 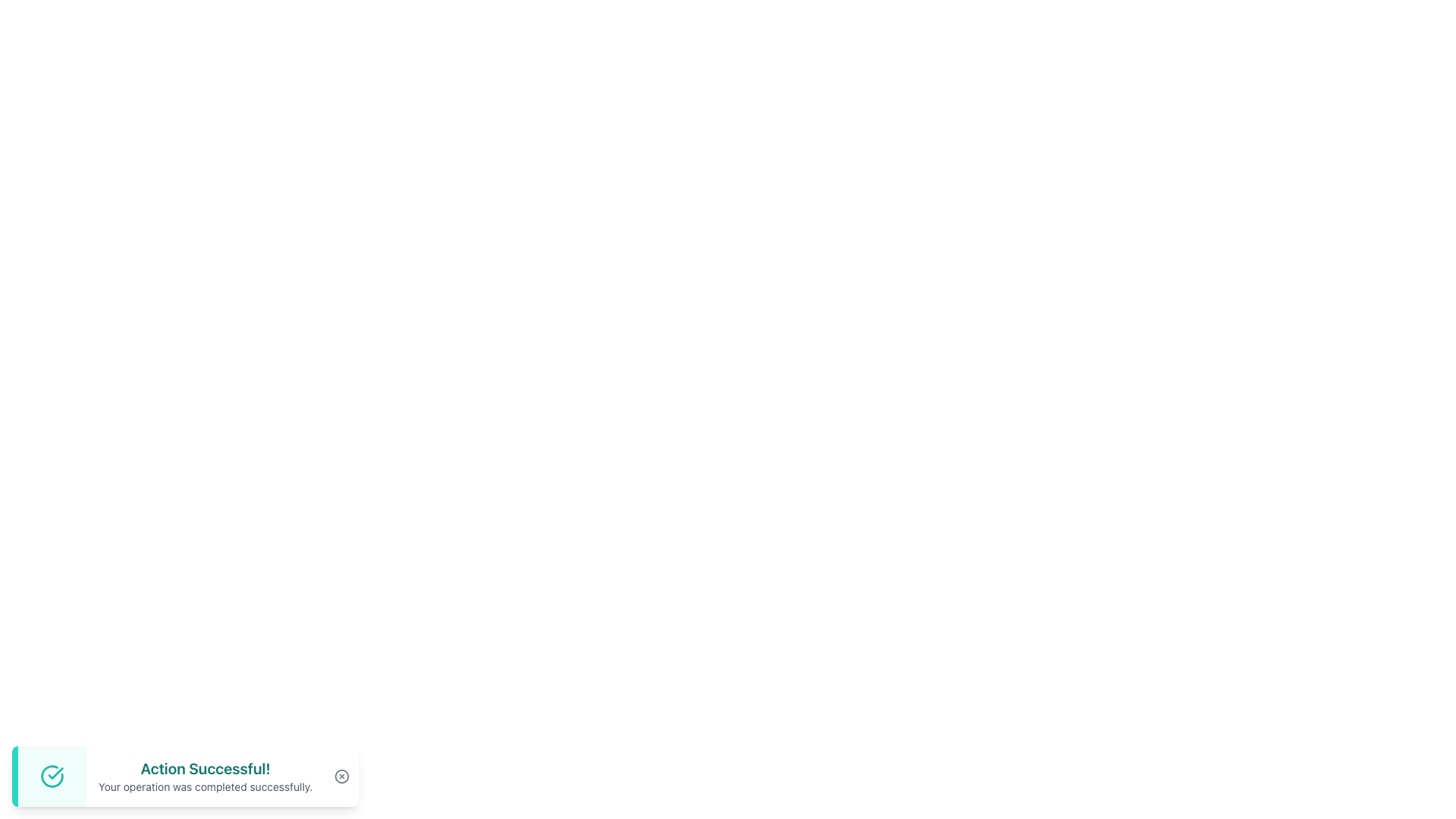 I want to click on the notification message box that displays 'Action Successful!' with a teal accent line on the left by clicking on its center, so click(x=184, y=776).